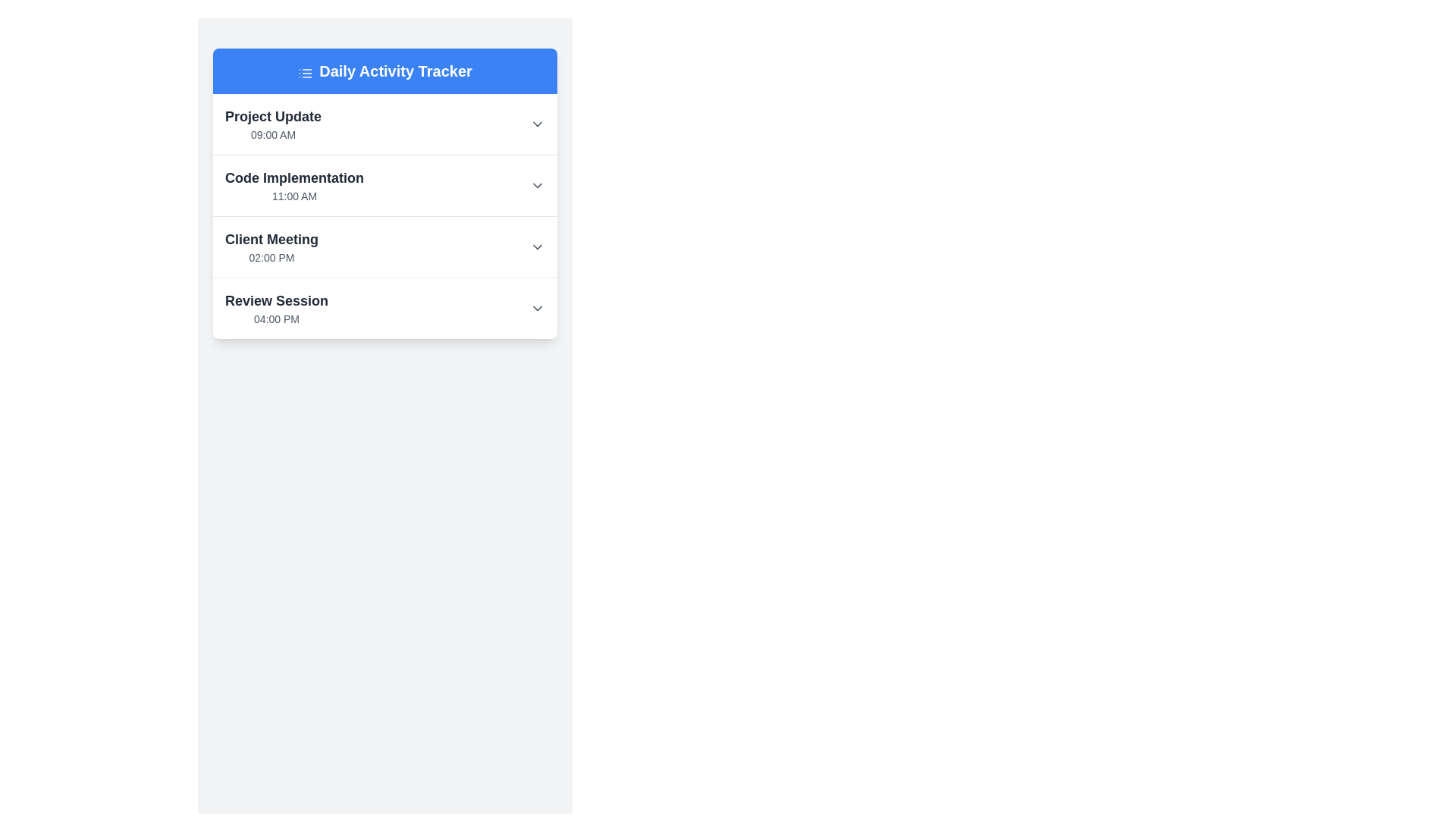 The image size is (1456, 819). What do you see at coordinates (538, 185) in the screenshot?
I see `the downward-facing chevron icon of the Toggle button (icon-based) that is aligned with the 'Code Implementation' heading and its timestamp ('11:00 AM')` at bounding box center [538, 185].